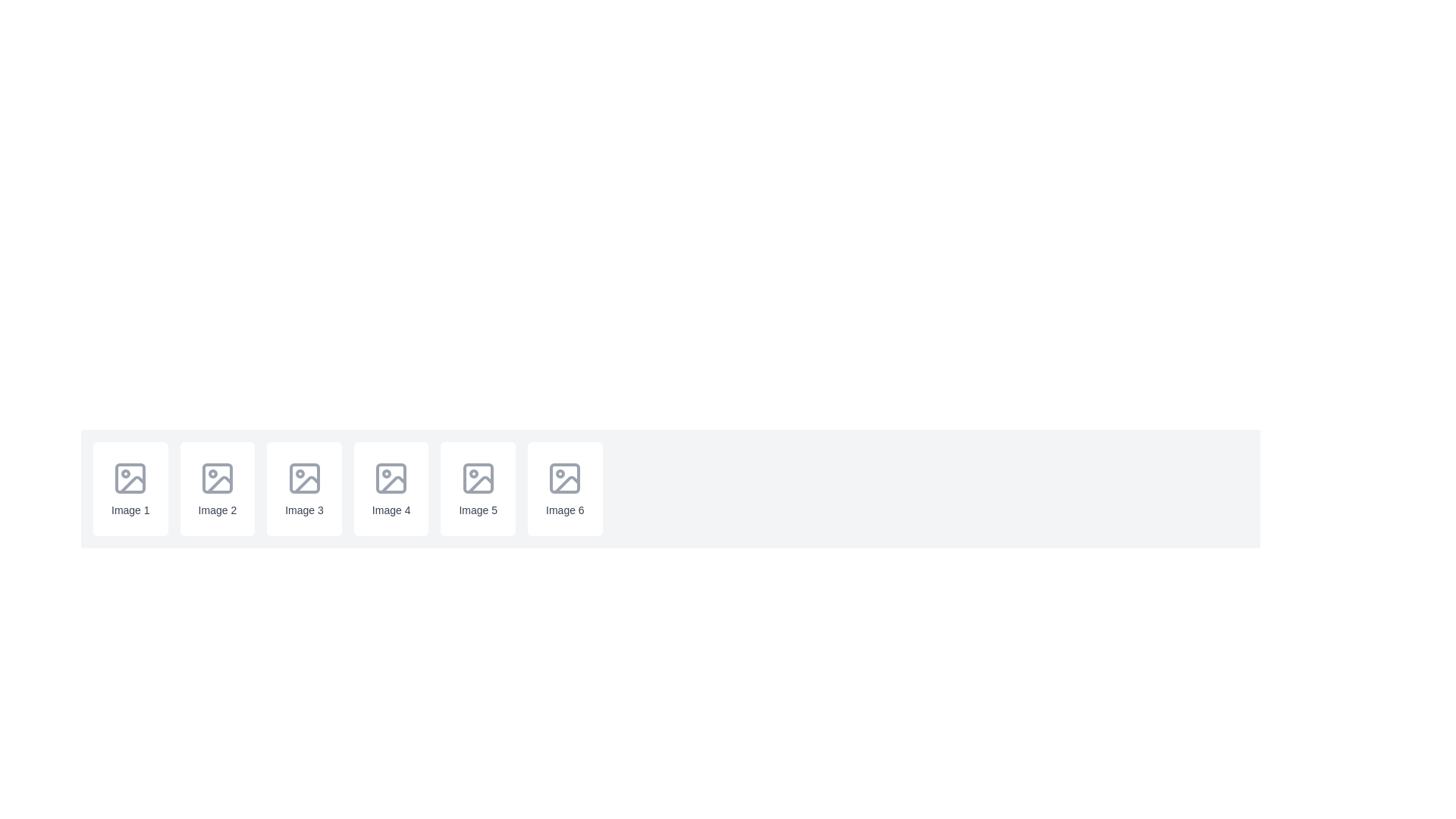 The height and width of the screenshot is (819, 1456). What do you see at coordinates (391, 479) in the screenshot?
I see `image placeholder icon located in the fourth position of a horizontally aligned series of six items, centered above the label 'Image 4'` at bounding box center [391, 479].